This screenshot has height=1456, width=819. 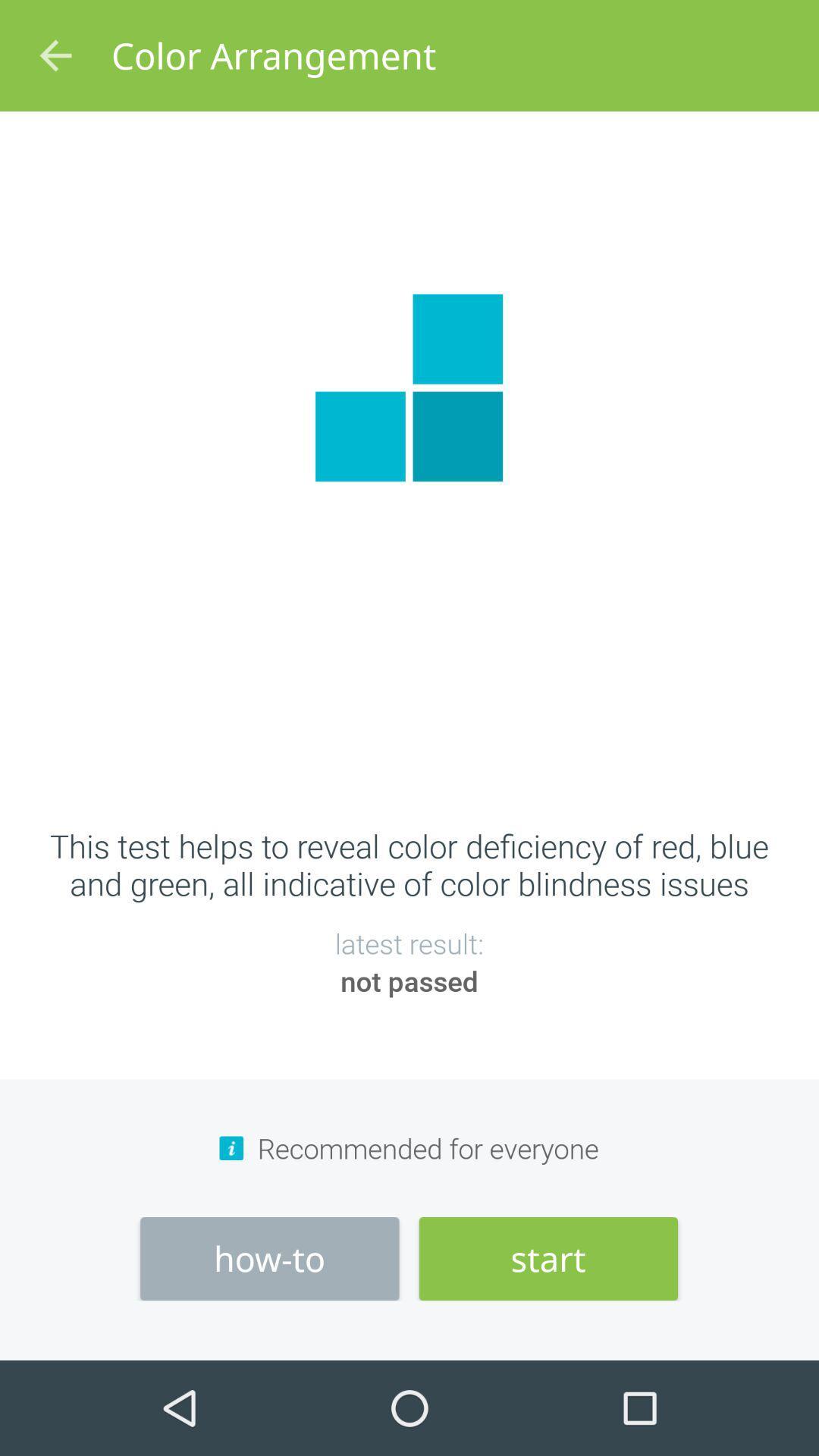 What do you see at coordinates (55, 55) in the screenshot?
I see `icon at the top left corner` at bounding box center [55, 55].